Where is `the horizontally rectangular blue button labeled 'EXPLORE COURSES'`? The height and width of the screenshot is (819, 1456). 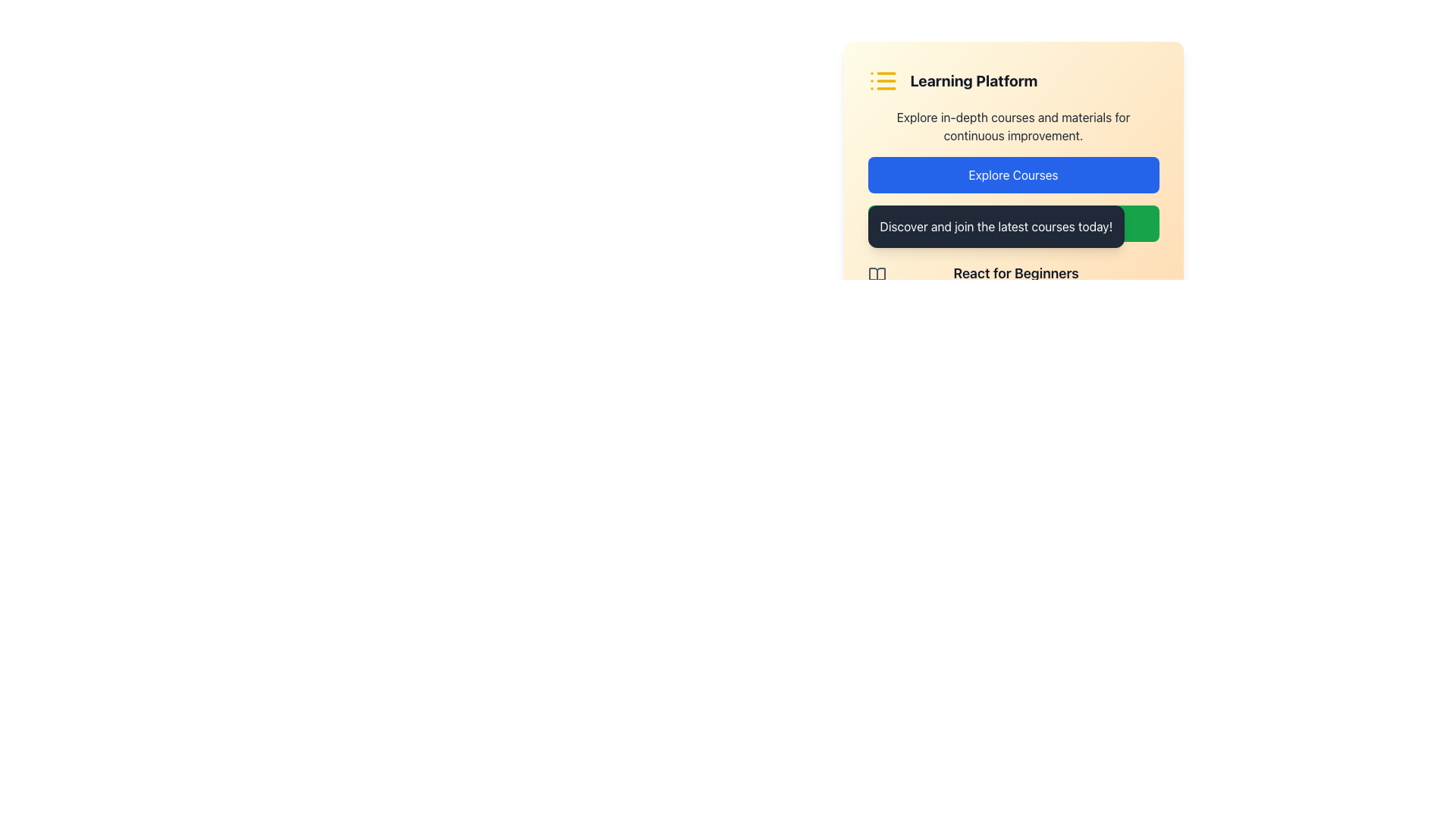
the horizontally rectangular blue button labeled 'EXPLORE COURSES' is located at coordinates (1013, 174).